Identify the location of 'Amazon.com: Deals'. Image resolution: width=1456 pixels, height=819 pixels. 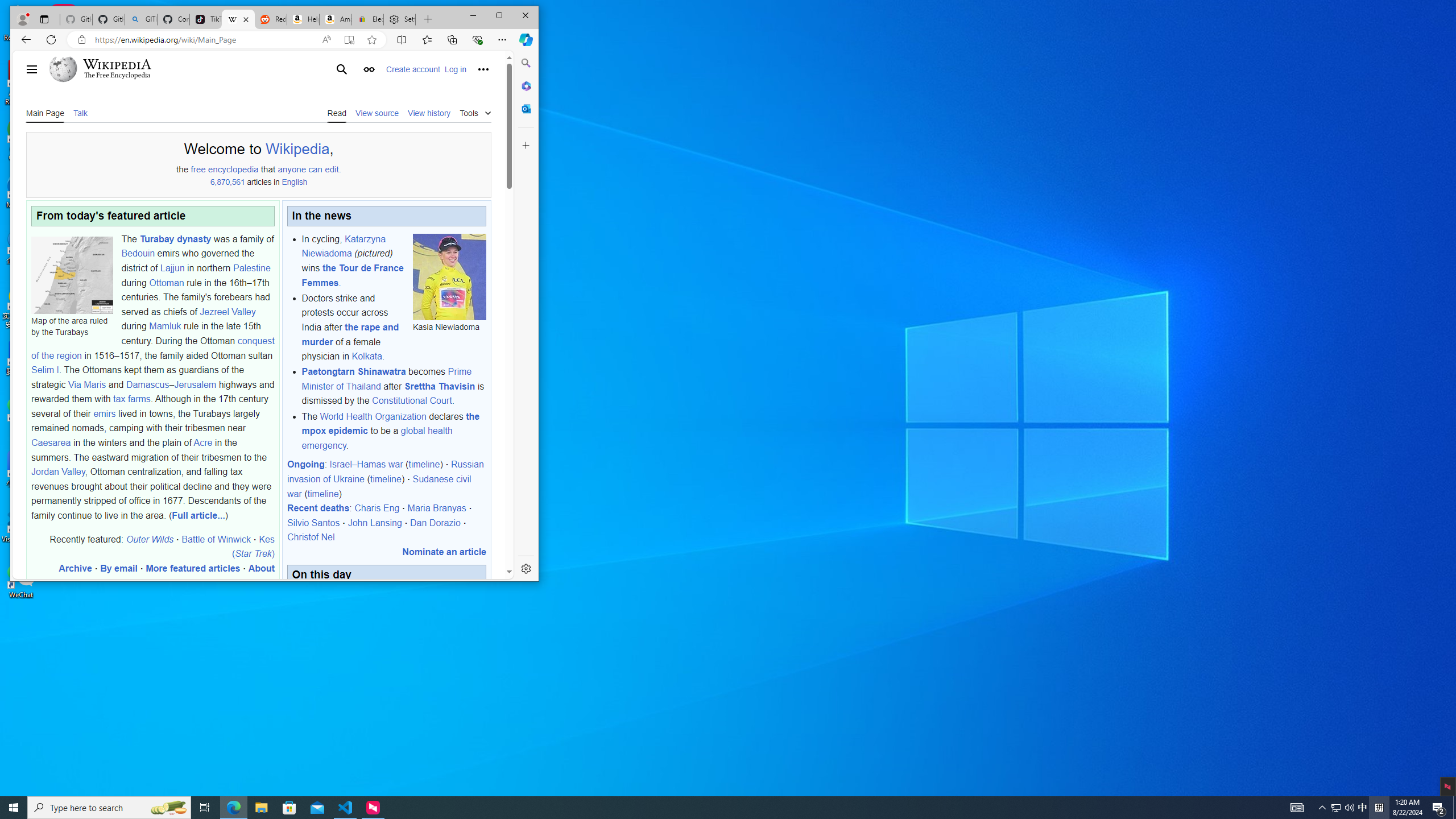
(336, 19).